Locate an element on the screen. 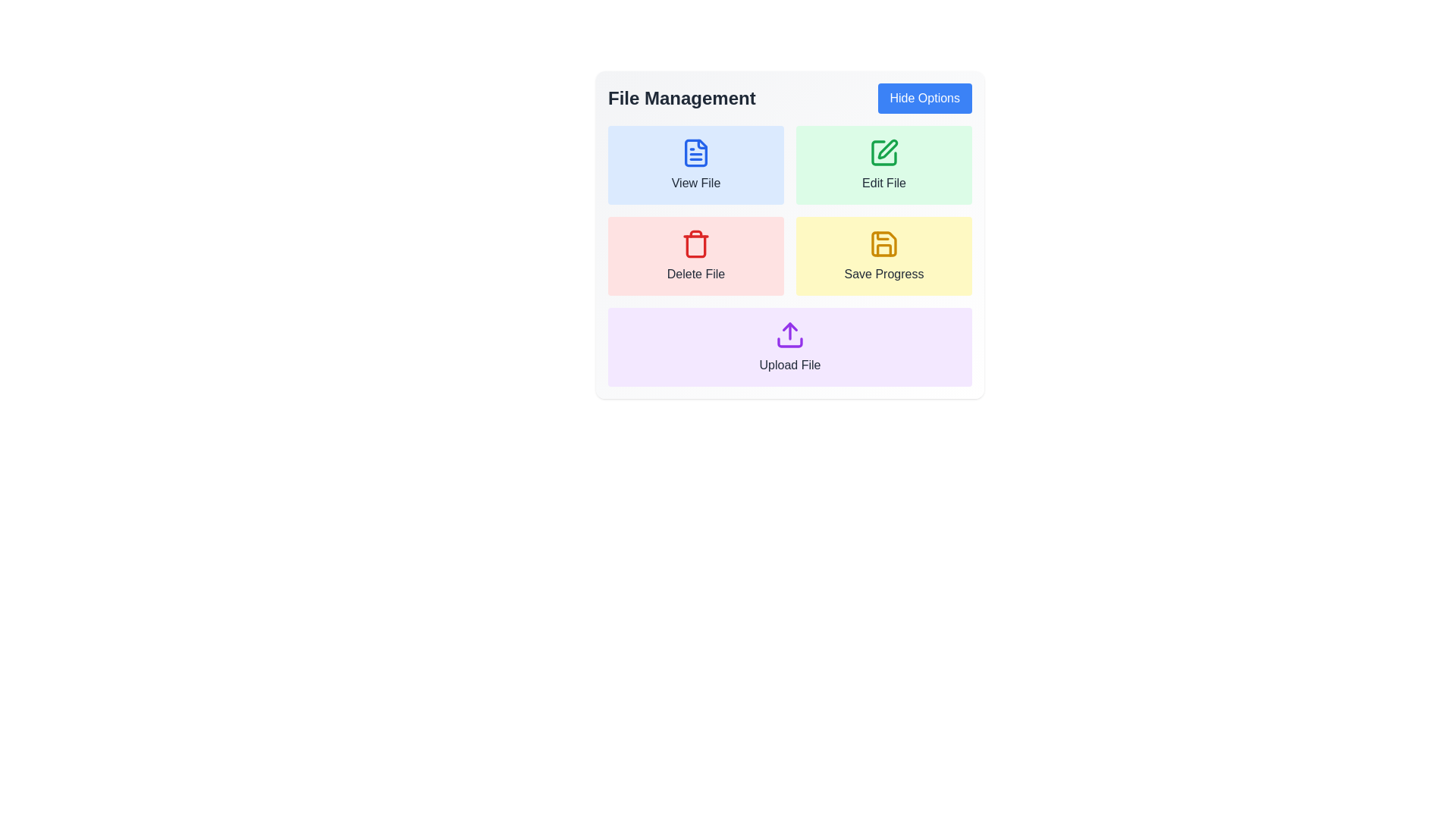  the 'Save Progress' text label element, which is styled with gray font on a yellow background, located in the 'File Management' section below the save icon is located at coordinates (884, 275).